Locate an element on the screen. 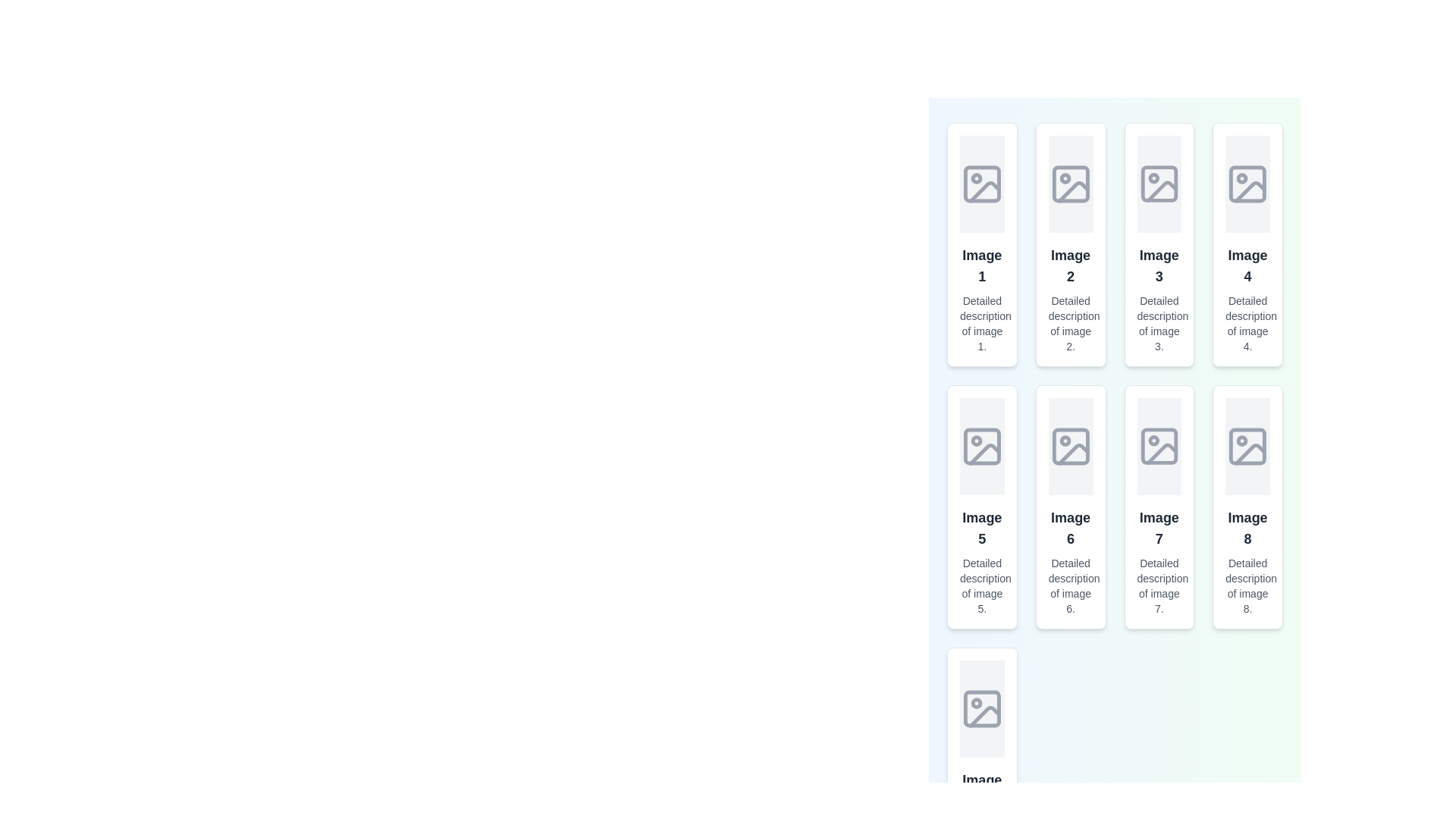  the content of the text label reading 'Image 8' is located at coordinates (1247, 528).